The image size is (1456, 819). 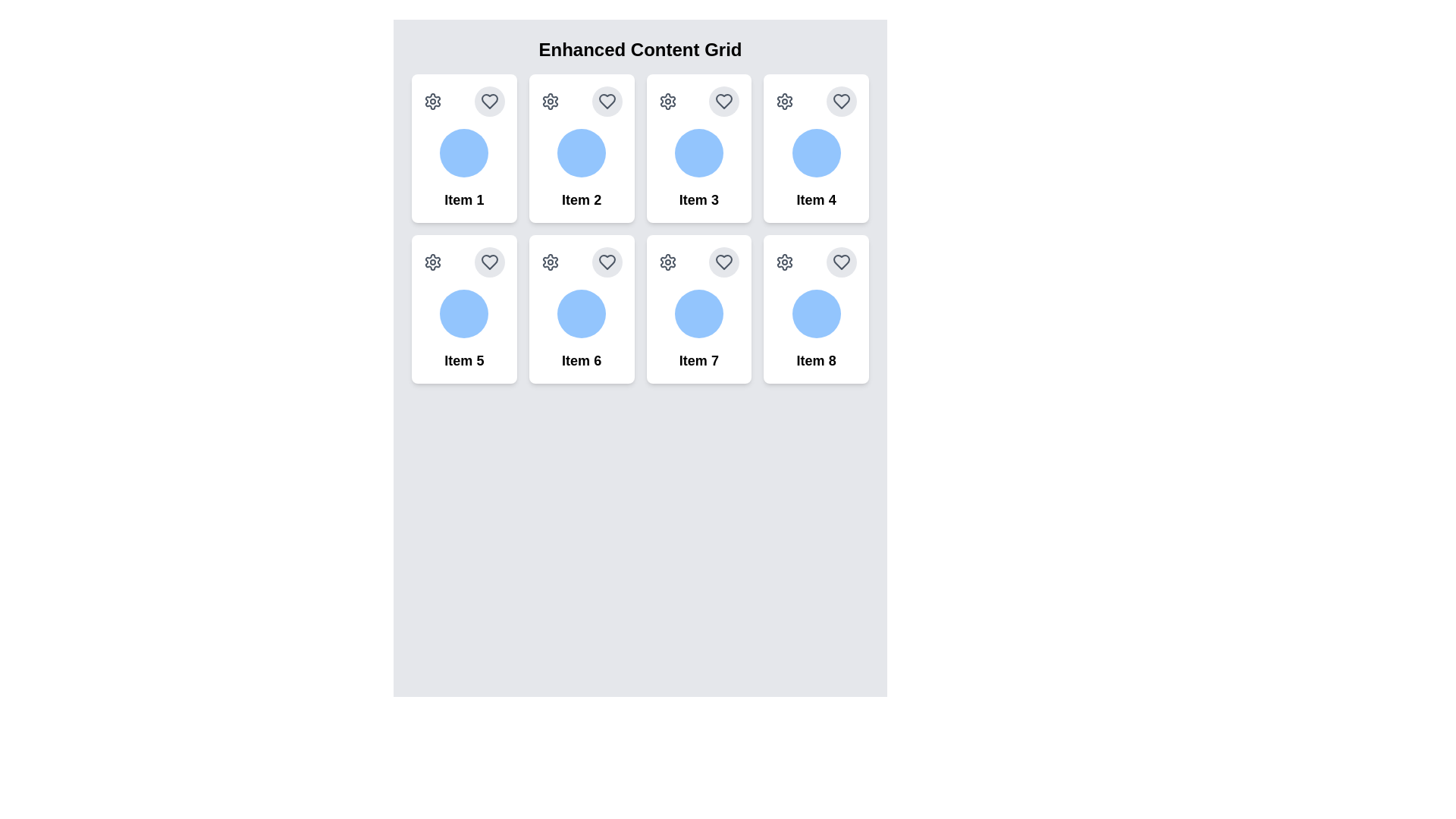 I want to click on the circular interactive button with a heart icon in the top-right corner of the card labeled 'Item 2', so click(x=607, y=102).